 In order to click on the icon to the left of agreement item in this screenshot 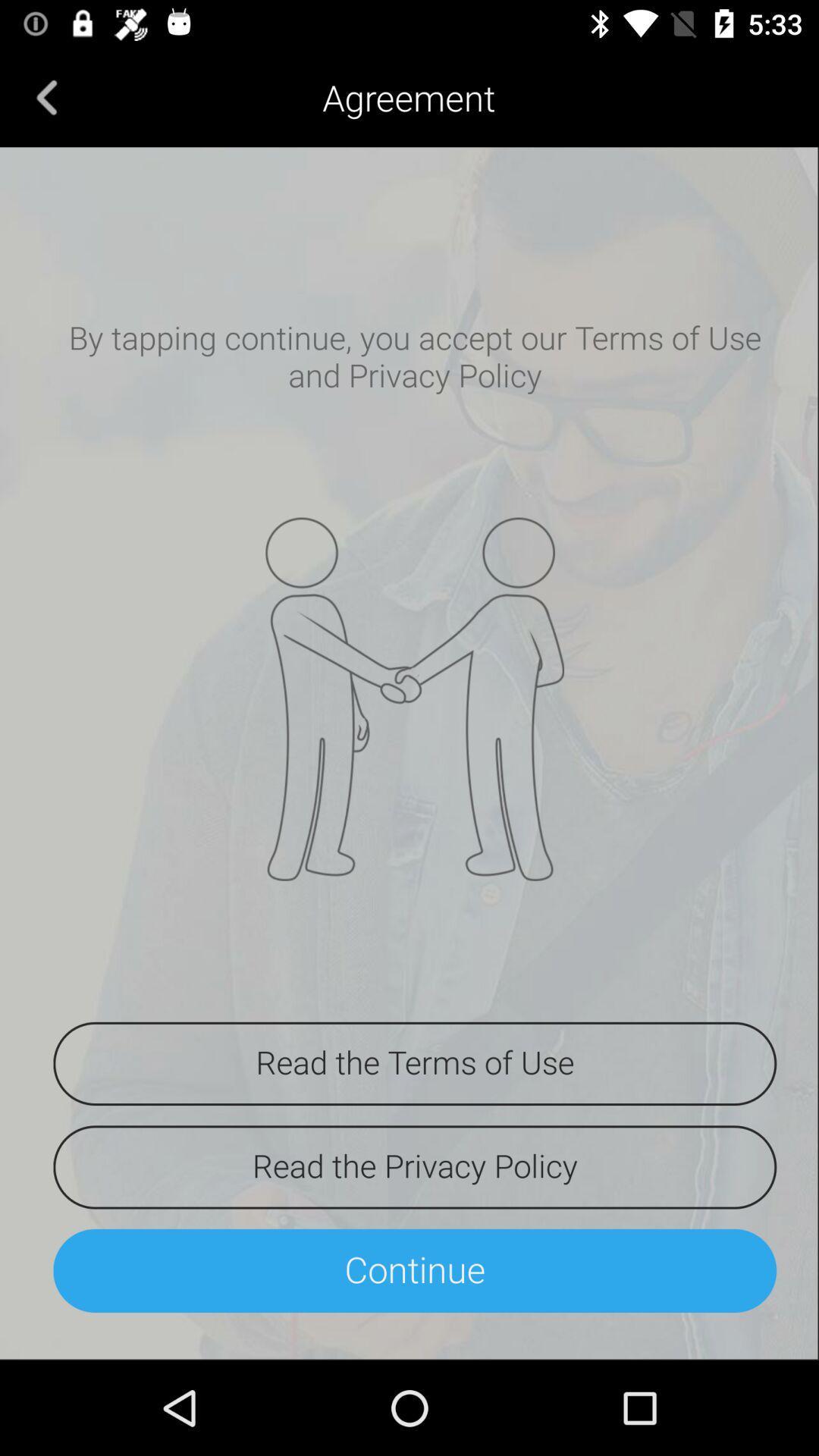, I will do `click(46, 96)`.